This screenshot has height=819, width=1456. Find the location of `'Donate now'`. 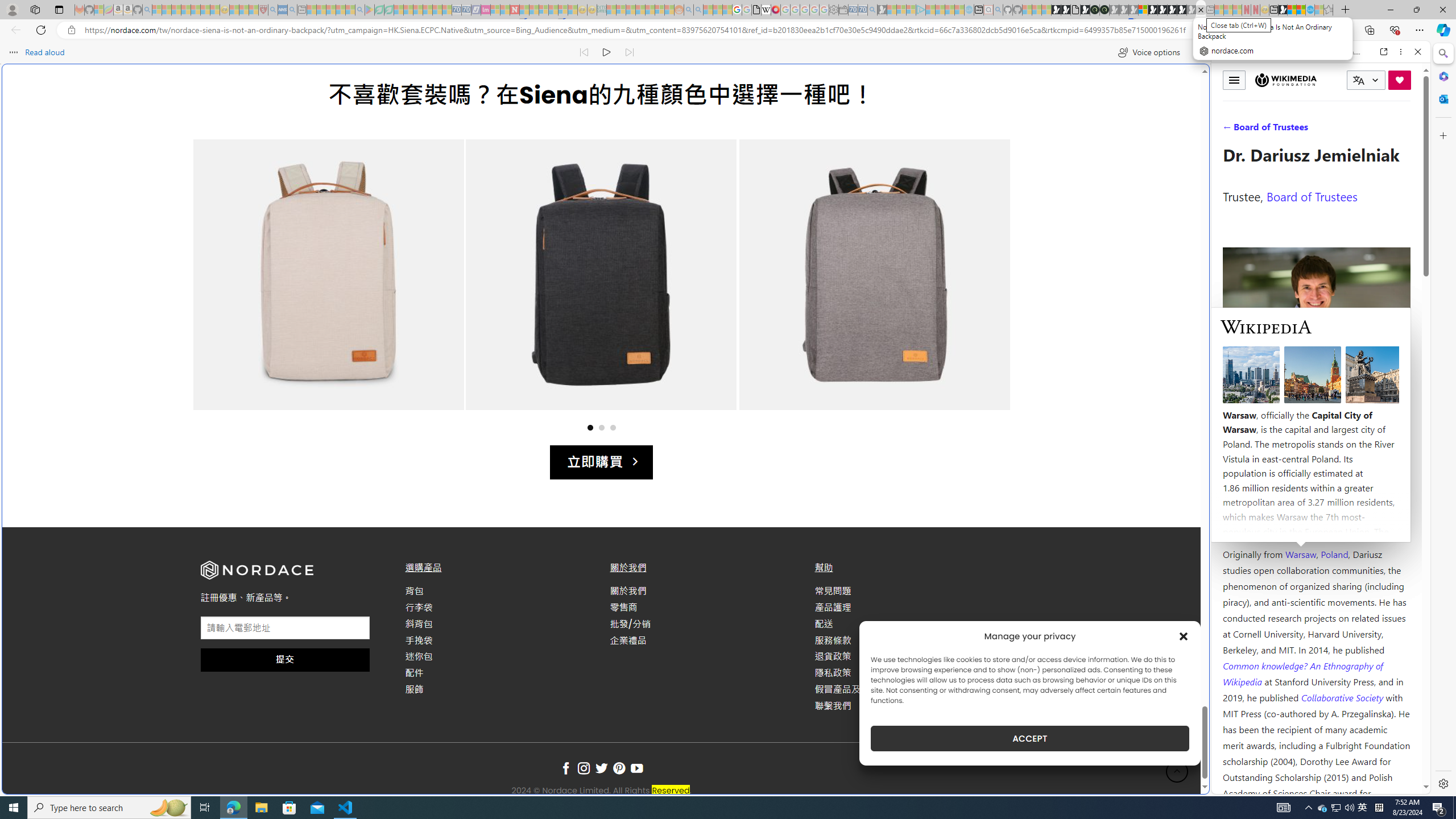

'Donate now' is located at coordinates (1400, 80).